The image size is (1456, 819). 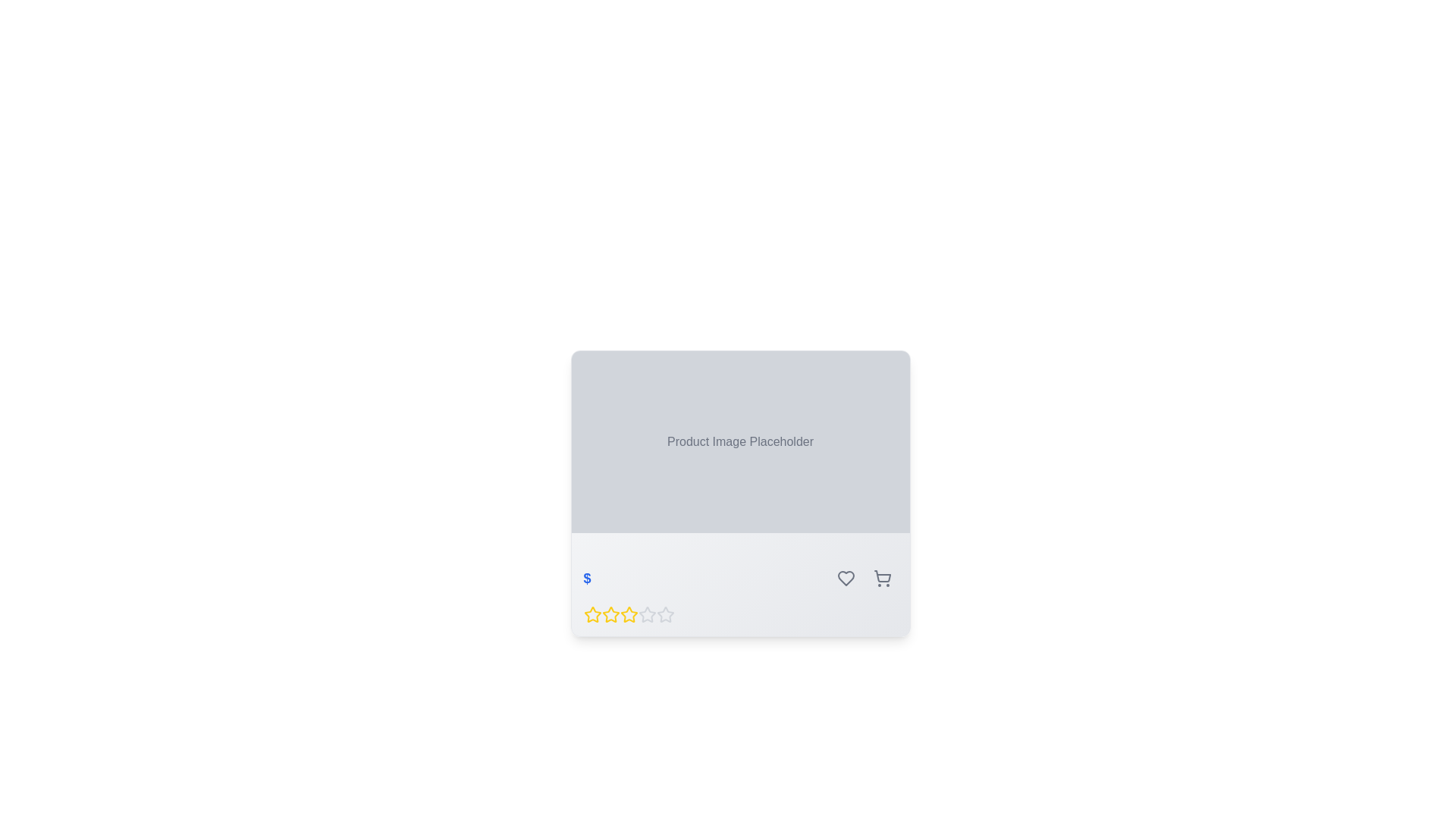 I want to click on the shopping cart icon, which is the rightmost icon in a group of three at the bottom-right section of the card component, so click(x=882, y=576).